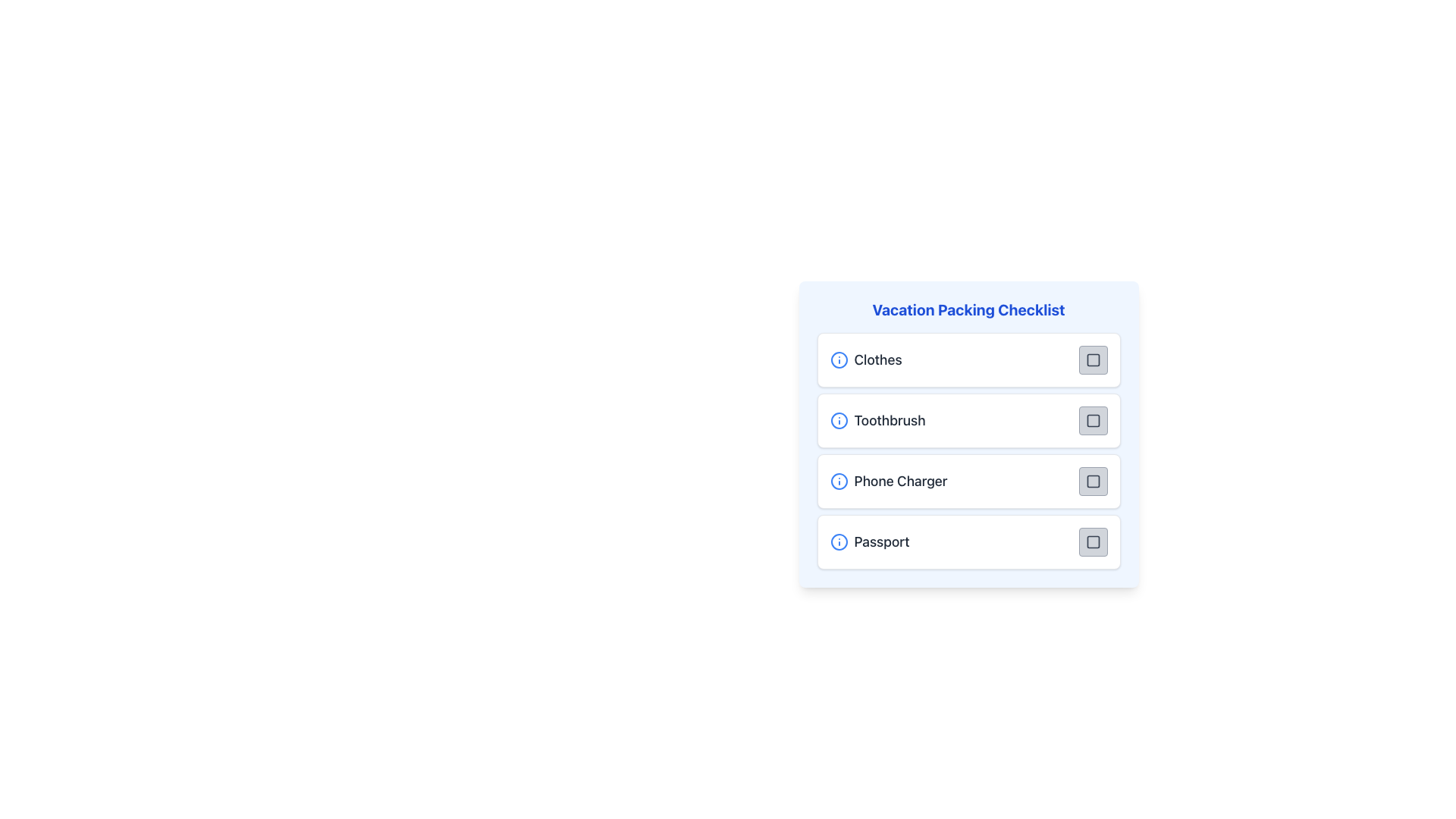  What do you see at coordinates (900, 482) in the screenshot?
I see `the 'Phone Charger' text label, which is styled in bold, large font and underlined, located in the checklist under 'Vacation Packing Checklist.'` at bounding box center [900, 482].